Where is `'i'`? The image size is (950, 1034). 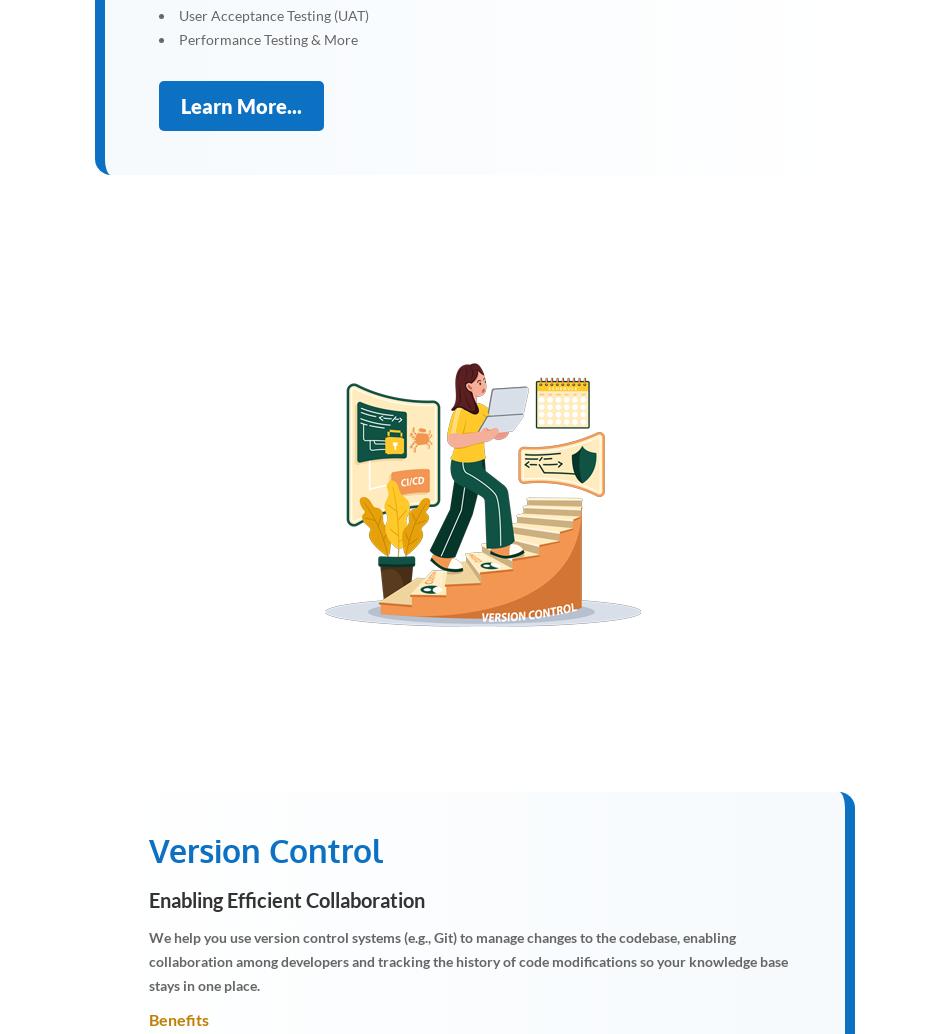
'i' is located at coordinates (501, 489).